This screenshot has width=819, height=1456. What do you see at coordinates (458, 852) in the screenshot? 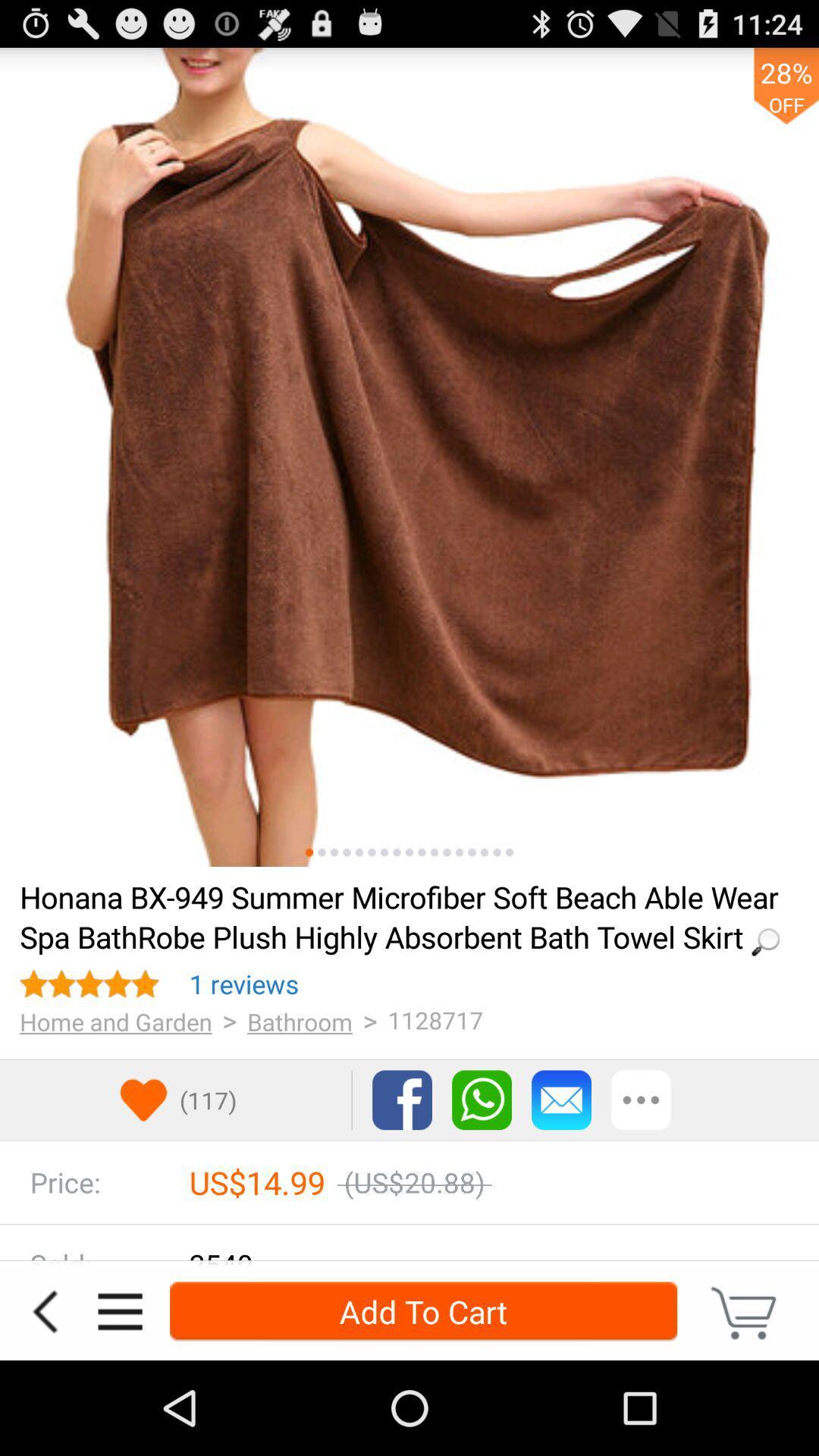
I see `a different picture` at bounding box center [458, 852].